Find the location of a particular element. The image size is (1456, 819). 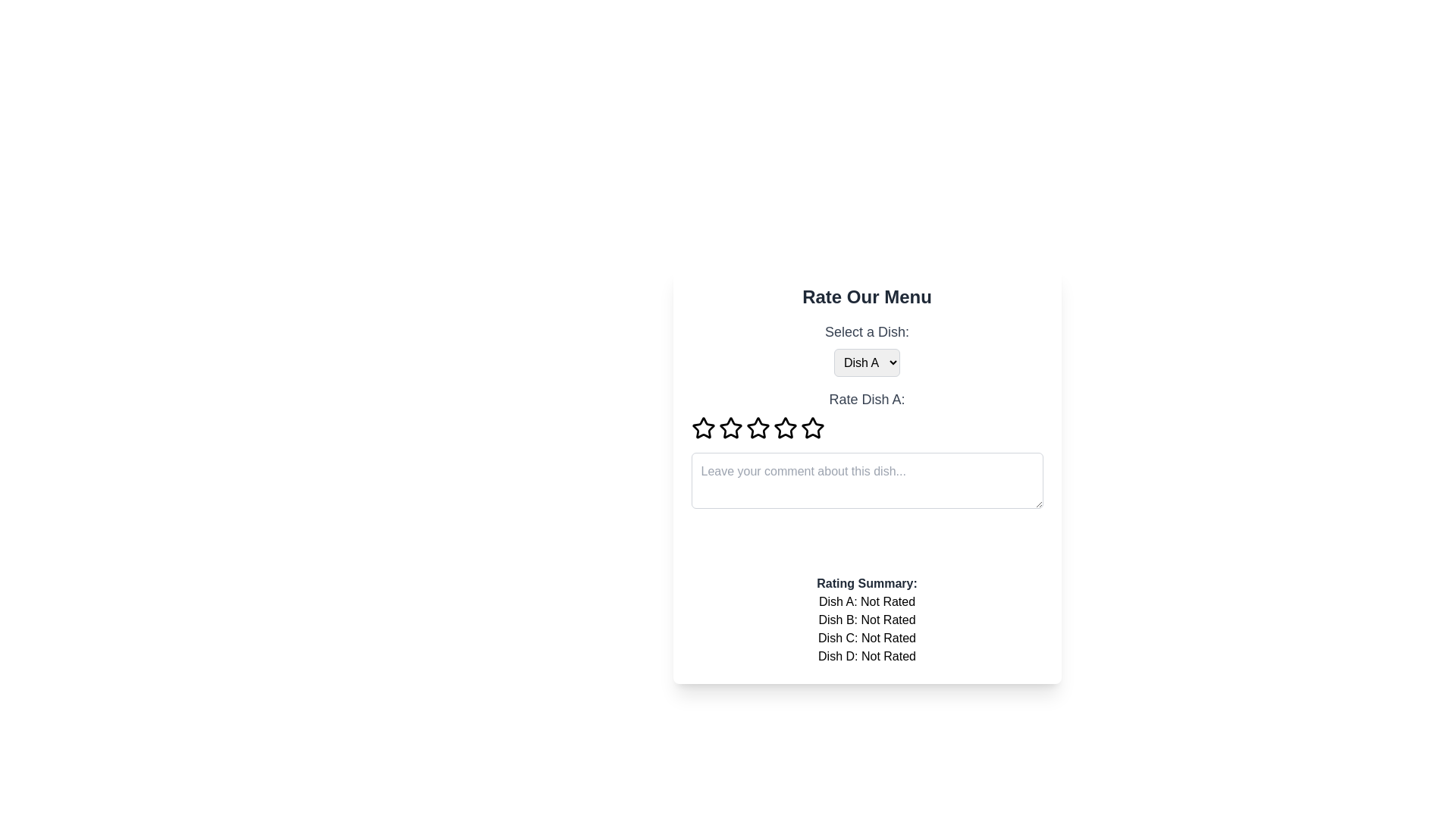

the text label that indicates the rating status of 'Dish A', which is the first item listed under the 'Rating Summary:' section and shows it has not been rated yet is located at coordinates (867, 601).